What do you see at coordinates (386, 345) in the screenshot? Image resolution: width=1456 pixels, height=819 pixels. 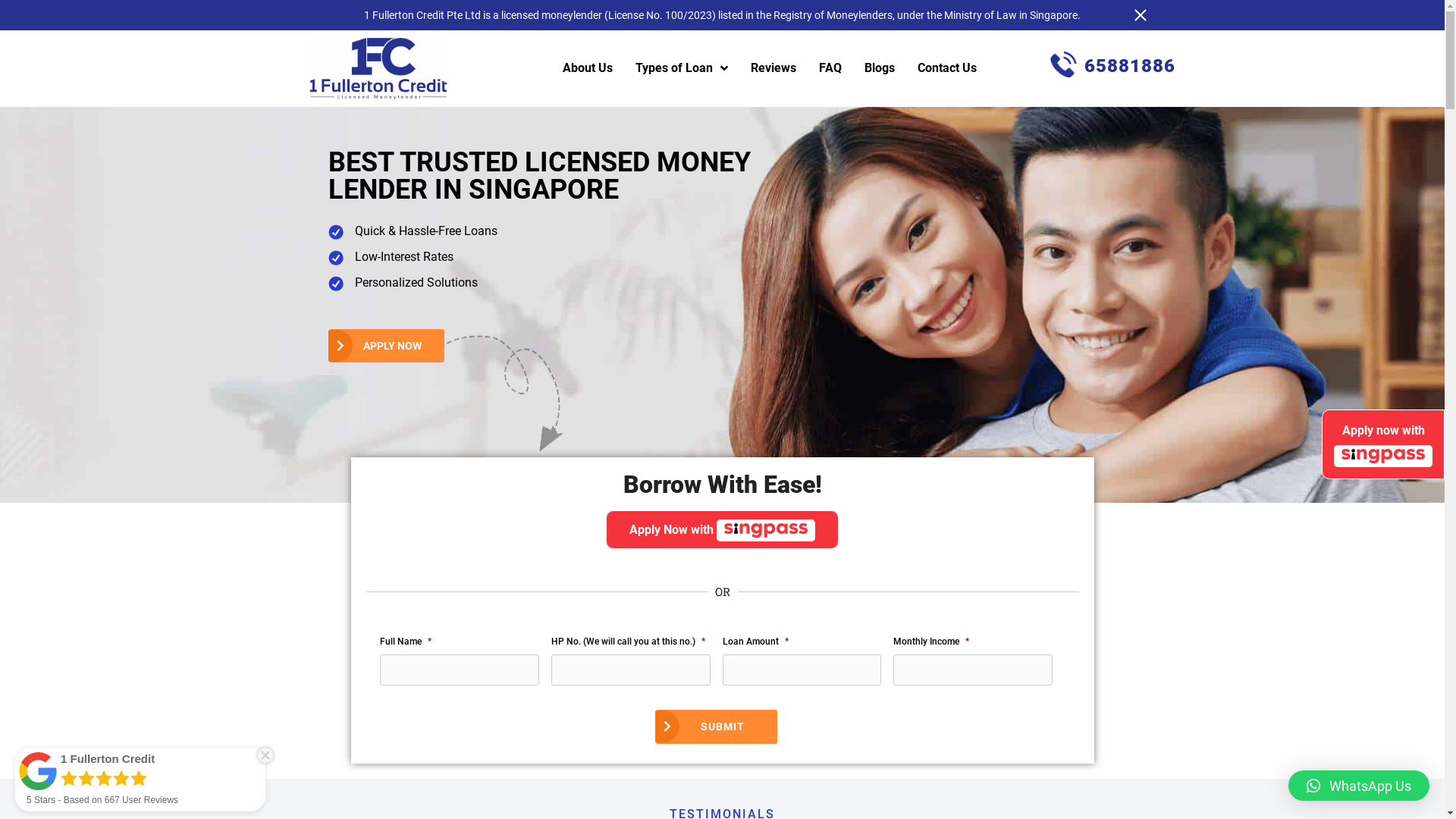 I see `'APPLY NOW'` at bounding box center [386, 345].